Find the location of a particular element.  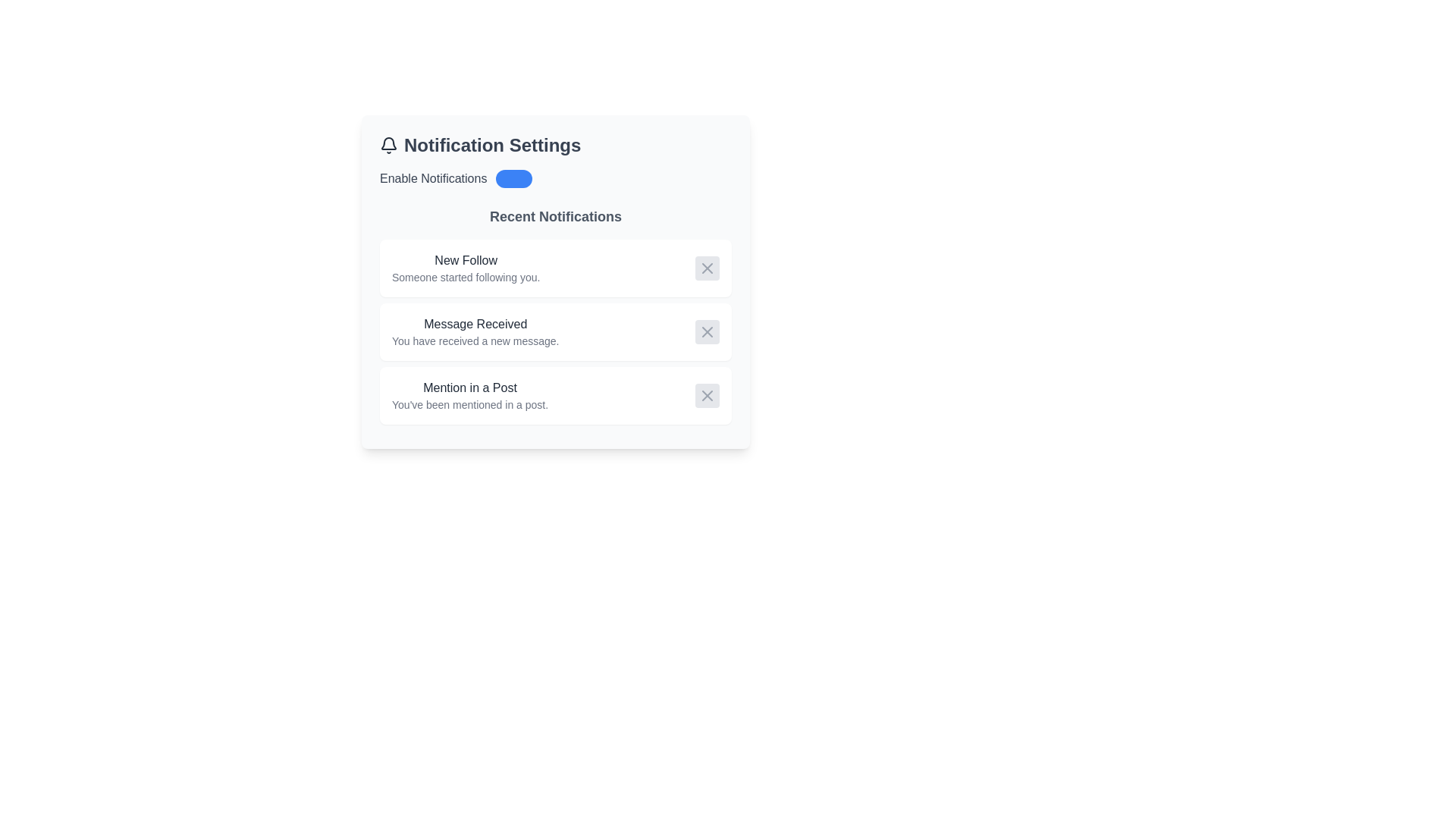

the static text element that serves as the header for the notifications section, located below the 'Enable Notifications' toggle switch is located at coordinates (555, 216).